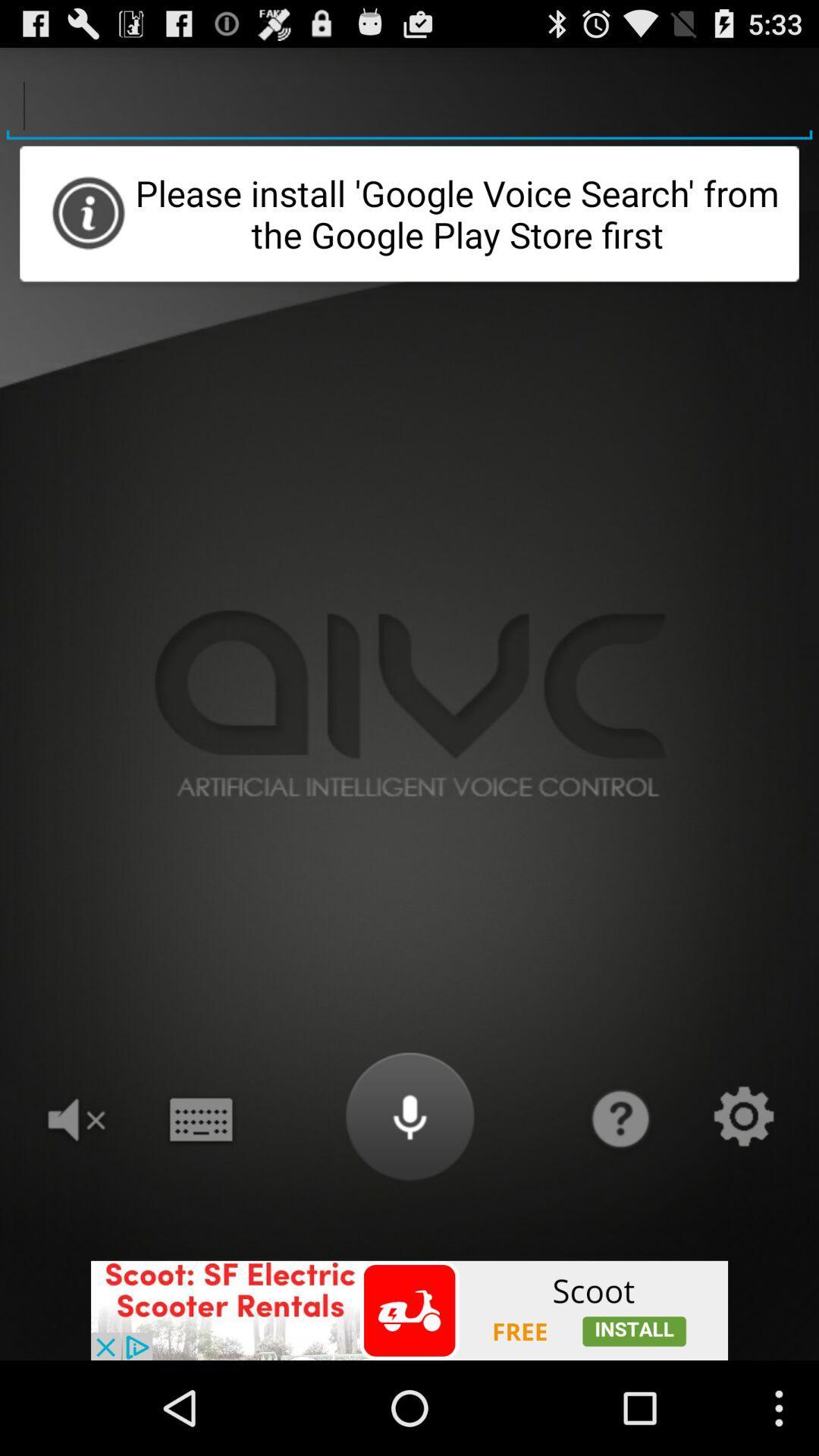 The image size is (819, 1456). I want to click on the date_range icon, so click(199, 1194).